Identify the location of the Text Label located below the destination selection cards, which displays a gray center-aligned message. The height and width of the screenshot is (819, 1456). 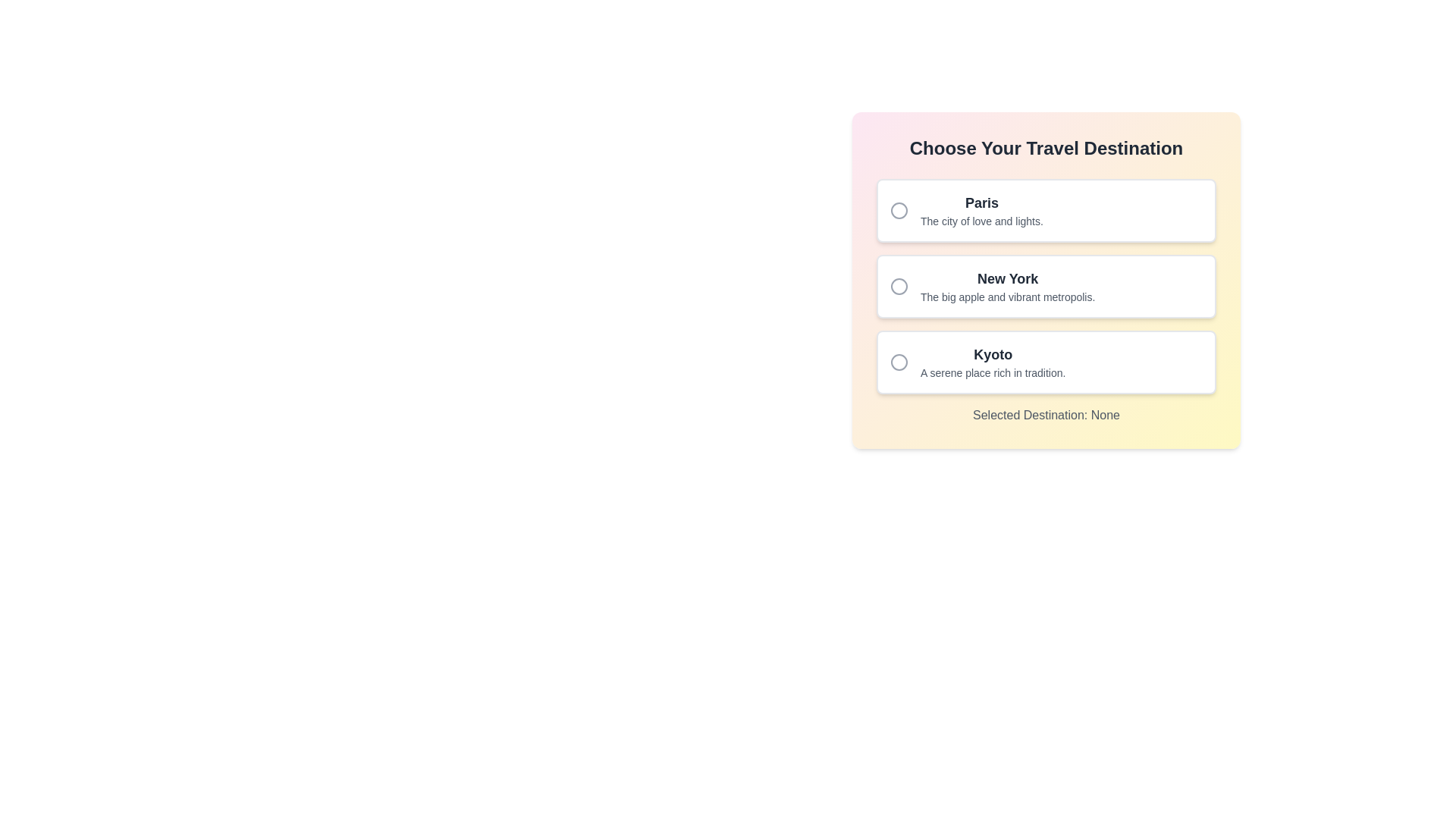
(1046, 415).